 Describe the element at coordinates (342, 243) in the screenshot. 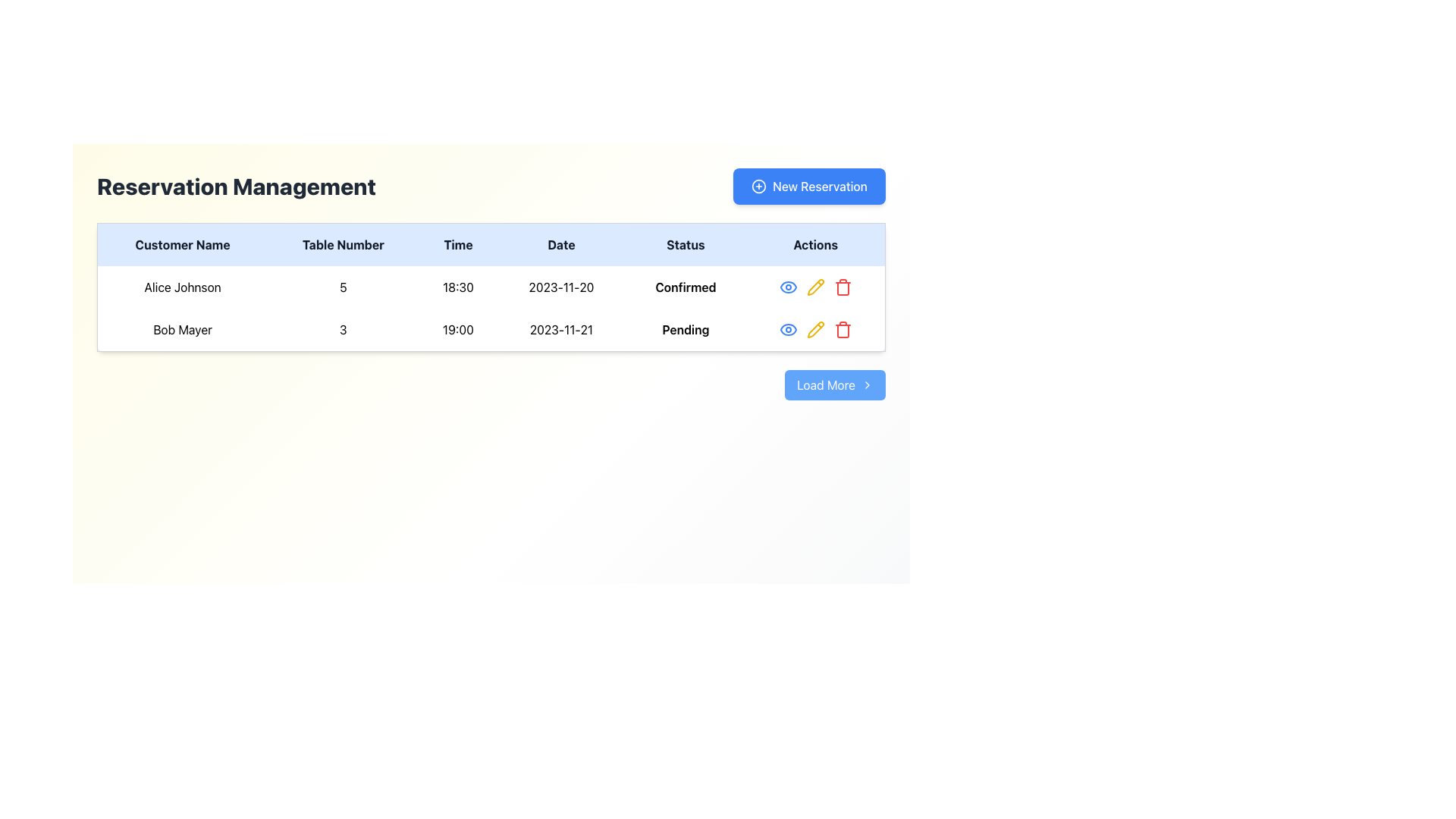

I see `the 'Table Number' column header in the table, which is the second header in a row of six, positioned between 'Customer Name' and 'Time'` at that location.